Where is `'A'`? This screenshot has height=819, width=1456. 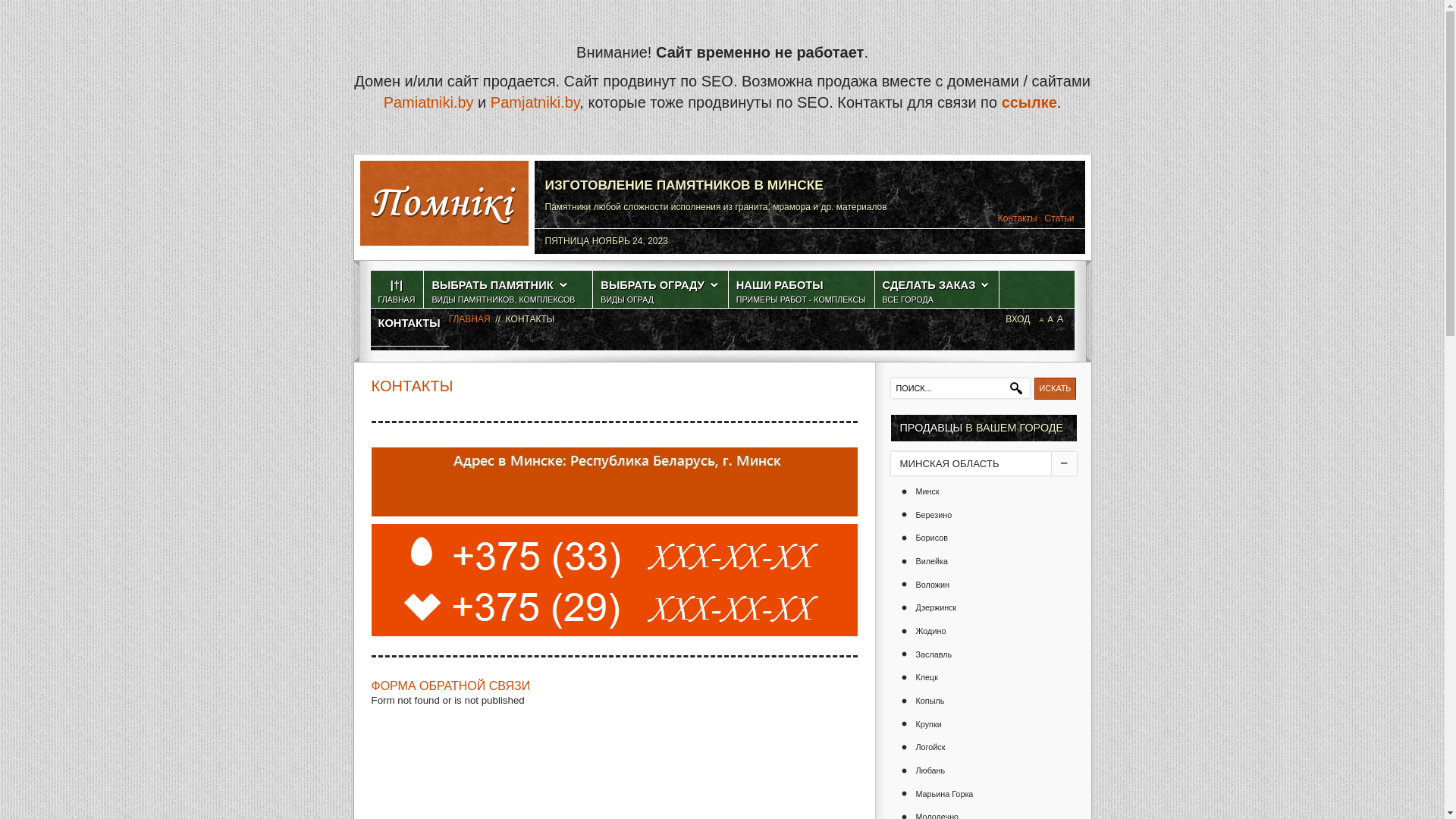 'A' is located at coordinates (1059, 318).